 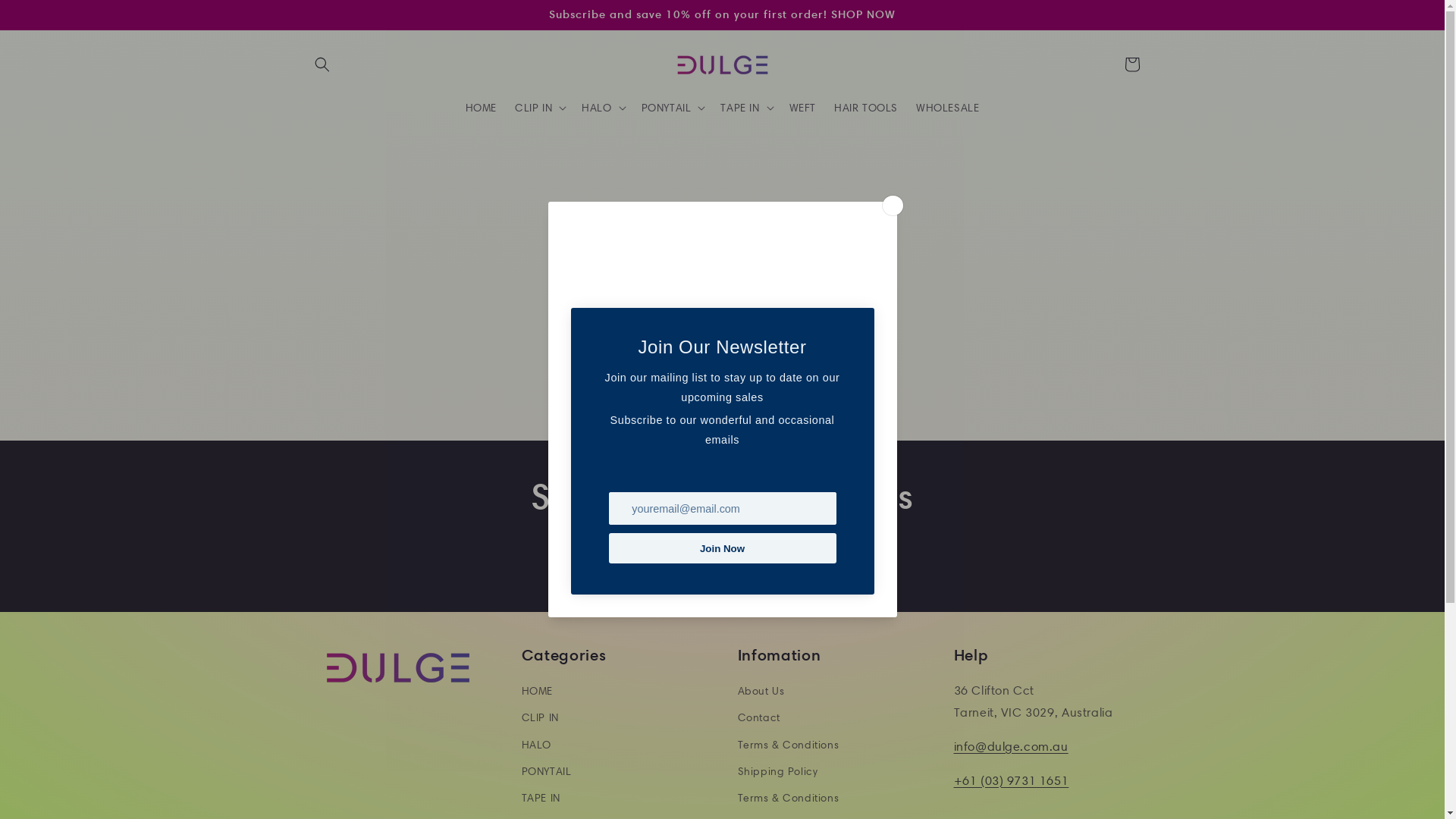 What do you see at coordinates (802, 107) in the screenshot?
I see `'WEFT'` at bounding box center [802, 107].